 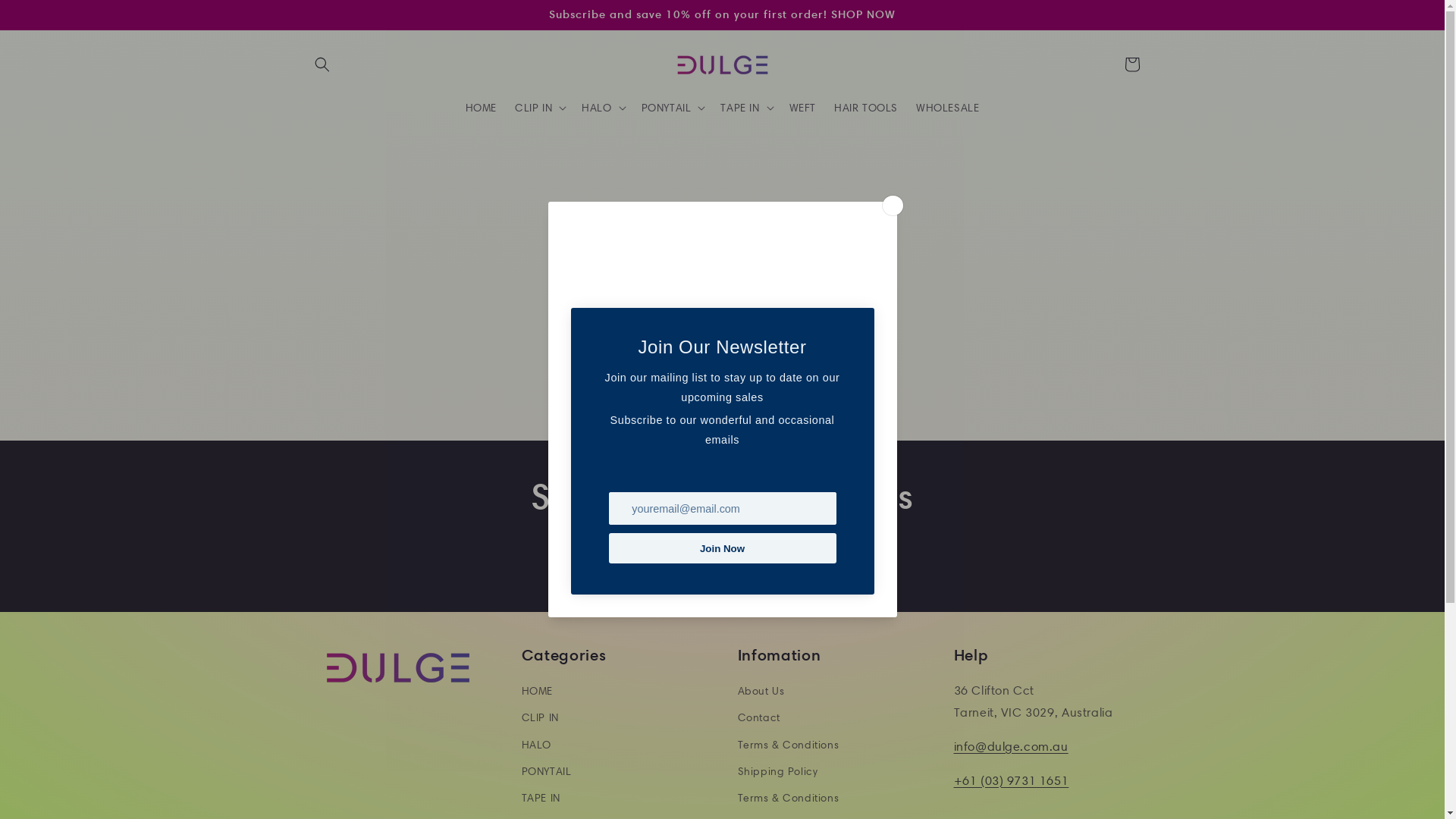 What do you see at coordinates (802, 107) in the screenshot?
I see `'WEFT'` at bounding box center [802, 107].